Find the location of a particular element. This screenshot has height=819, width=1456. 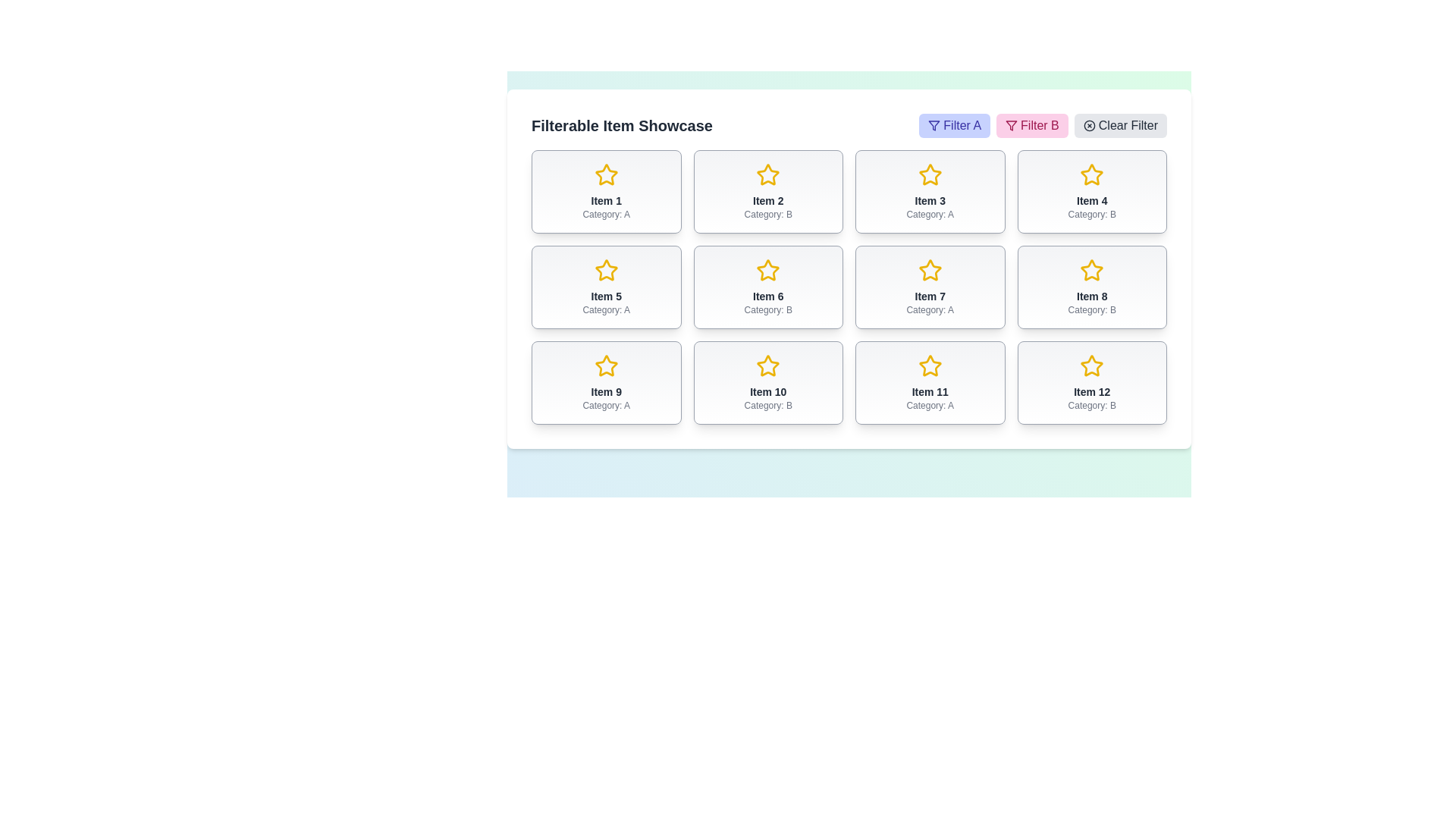

the star icon in the top-left corner of the first card for visual feedback is located at coordinates (605, 174).